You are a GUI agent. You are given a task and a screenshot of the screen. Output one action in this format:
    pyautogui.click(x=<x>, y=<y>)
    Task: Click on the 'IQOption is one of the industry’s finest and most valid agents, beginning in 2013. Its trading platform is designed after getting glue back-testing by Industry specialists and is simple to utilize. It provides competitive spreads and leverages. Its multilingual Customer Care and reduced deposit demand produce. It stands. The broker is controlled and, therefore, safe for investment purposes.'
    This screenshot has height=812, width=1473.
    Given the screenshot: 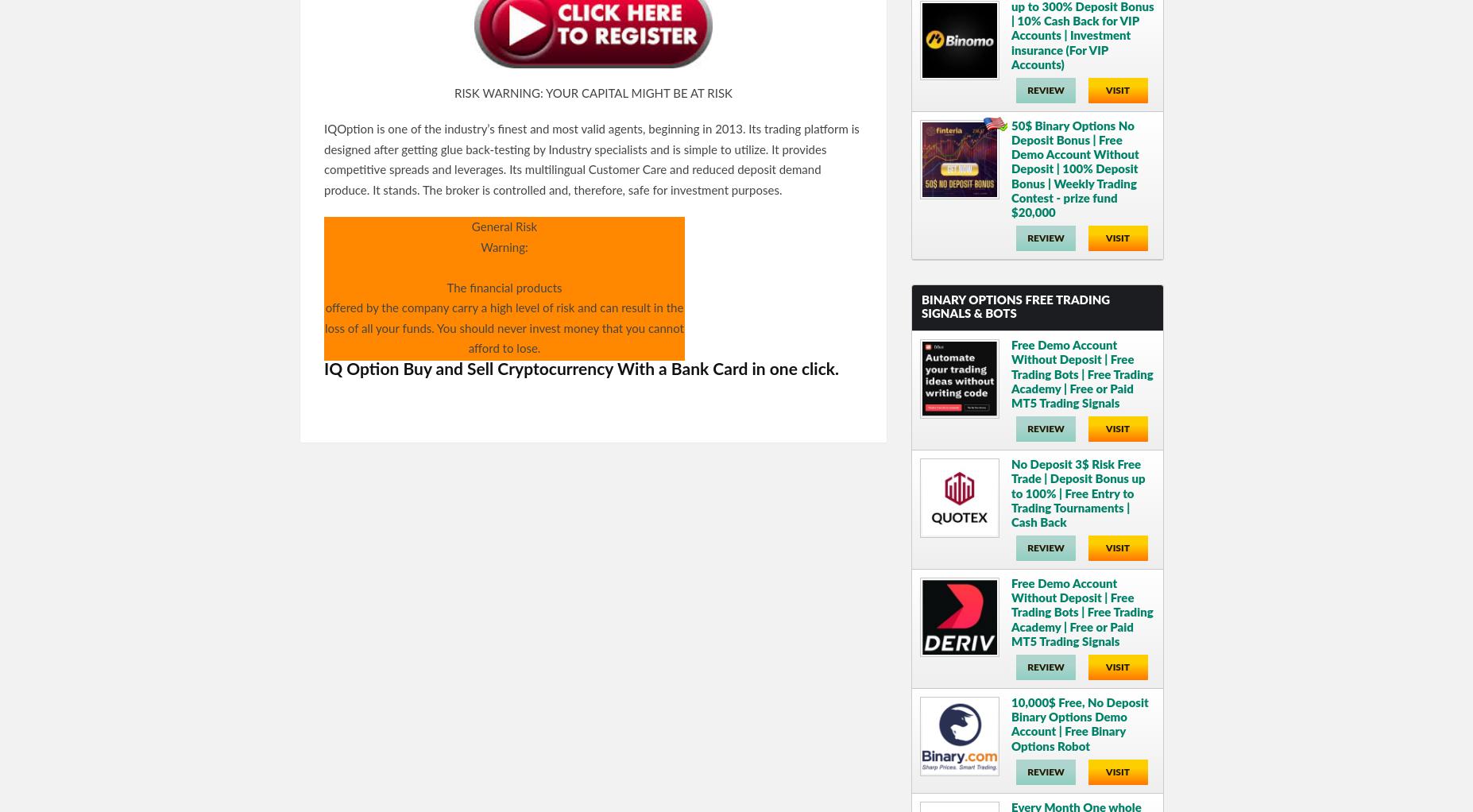 What is the action you would take?
    pyautogui.click(x=590, y=160)
    